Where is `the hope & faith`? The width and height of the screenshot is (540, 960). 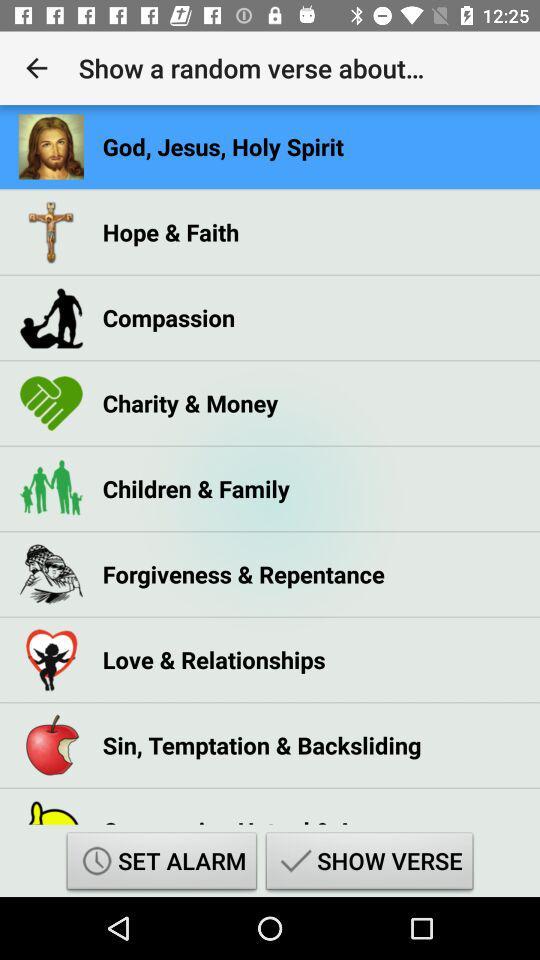 the hope & faith is located at coordinates (171, 232).